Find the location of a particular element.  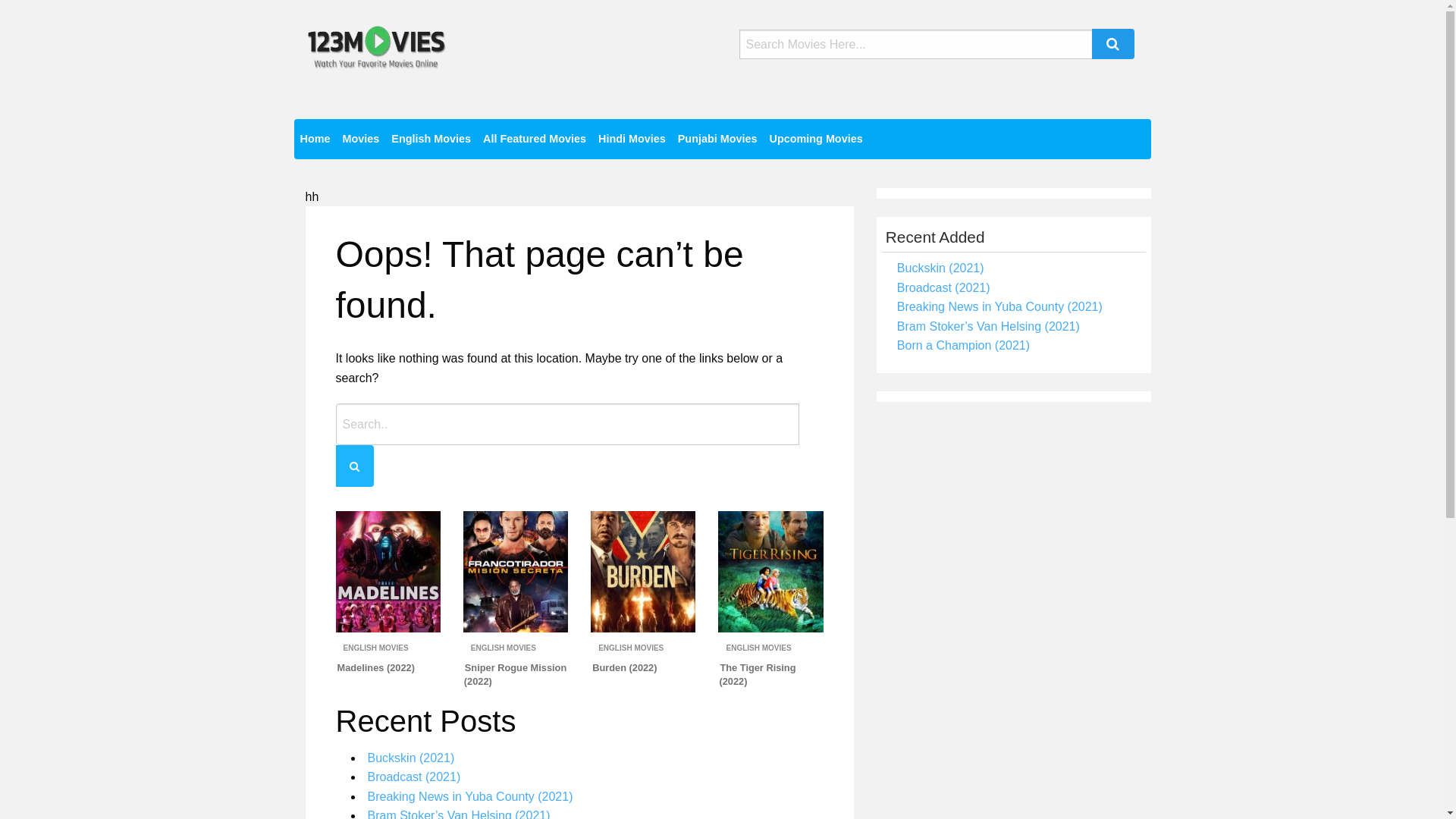

'Home' is located at coordinates (315, 139).